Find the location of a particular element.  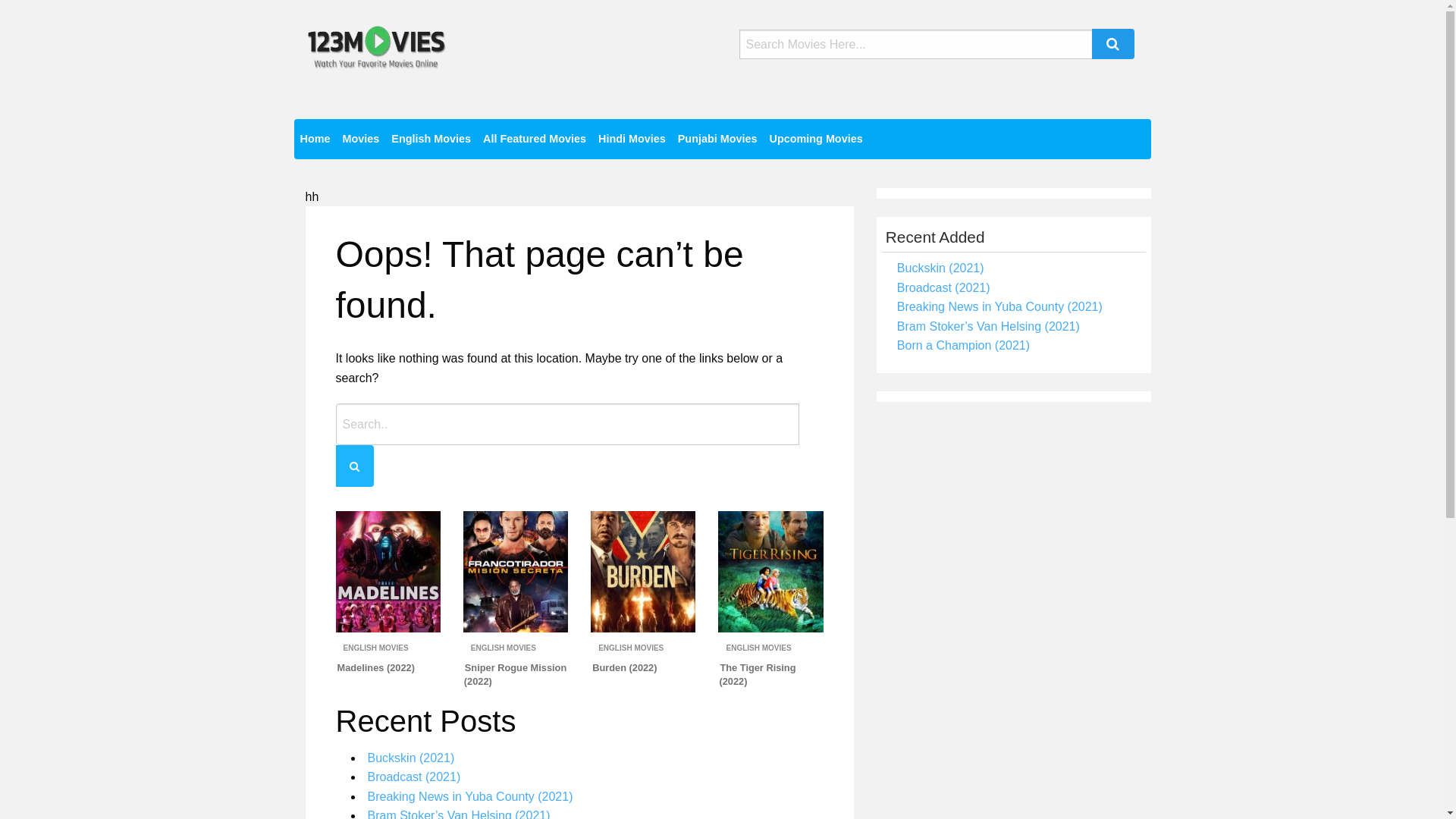

'Home' is located at coordinates (315, 139).